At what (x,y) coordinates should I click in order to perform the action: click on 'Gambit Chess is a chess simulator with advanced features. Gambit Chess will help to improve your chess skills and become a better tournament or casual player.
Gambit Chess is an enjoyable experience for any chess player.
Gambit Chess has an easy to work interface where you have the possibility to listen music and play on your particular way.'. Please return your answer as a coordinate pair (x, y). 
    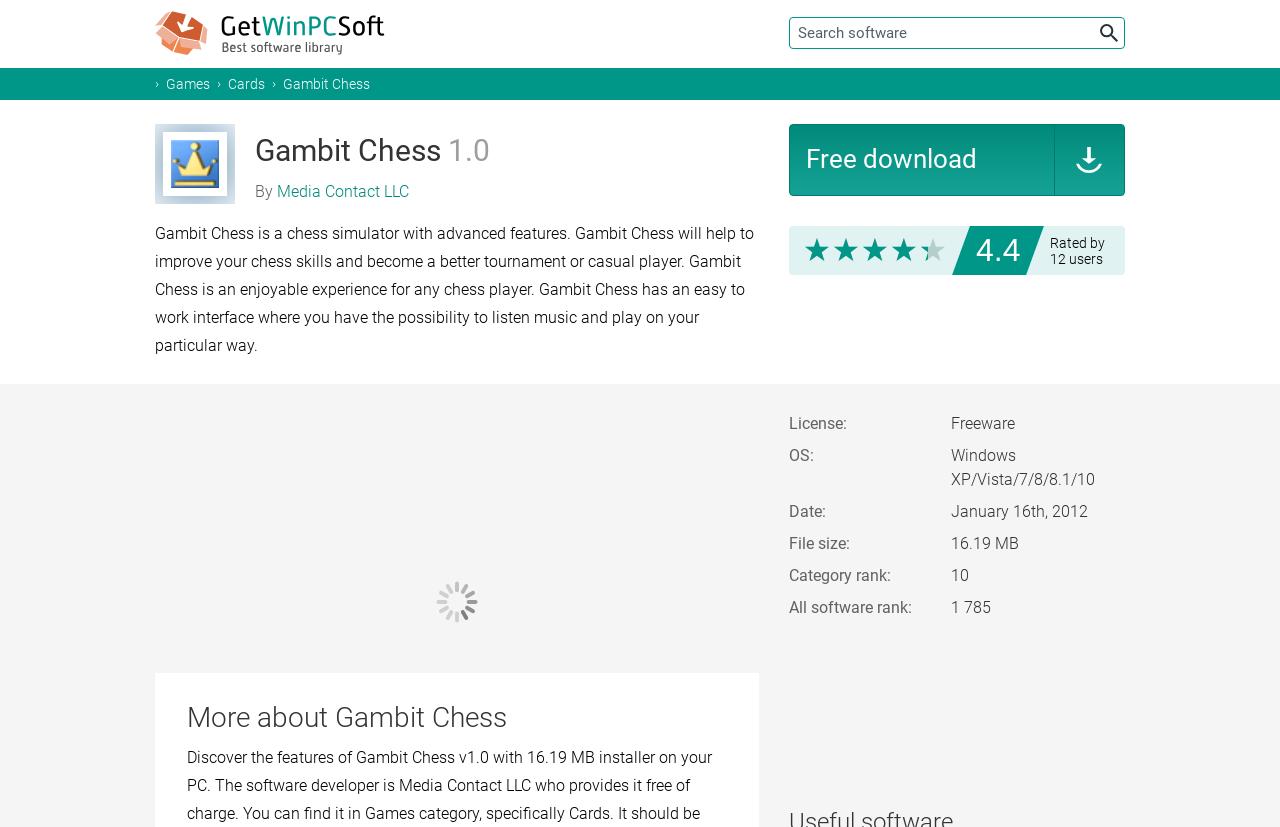
    Looking at the image, I should click on (453, 288).